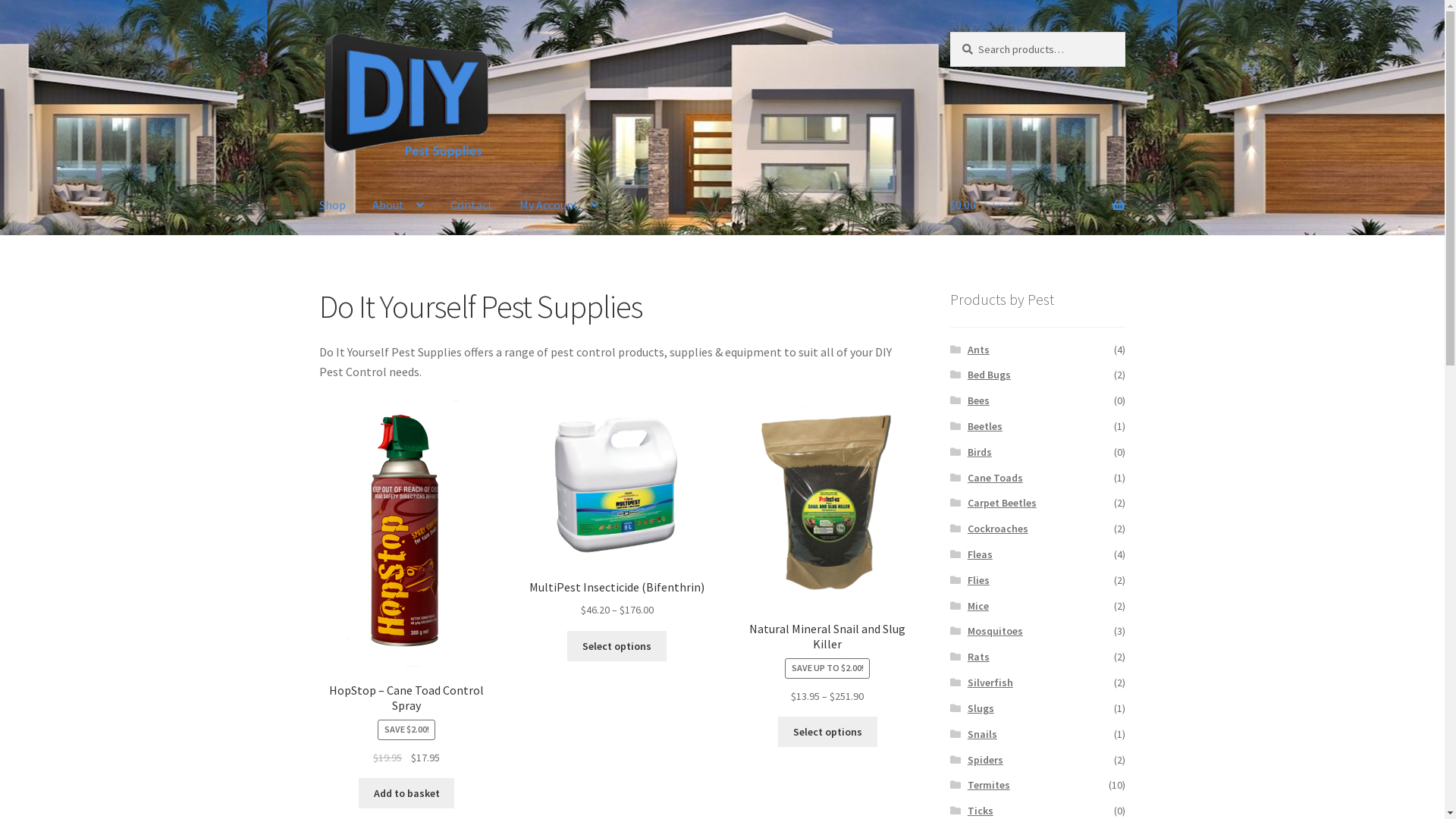  Describe the element at coordinates (980, 554) in the screenshot. I see `'Fleas'` at that location.